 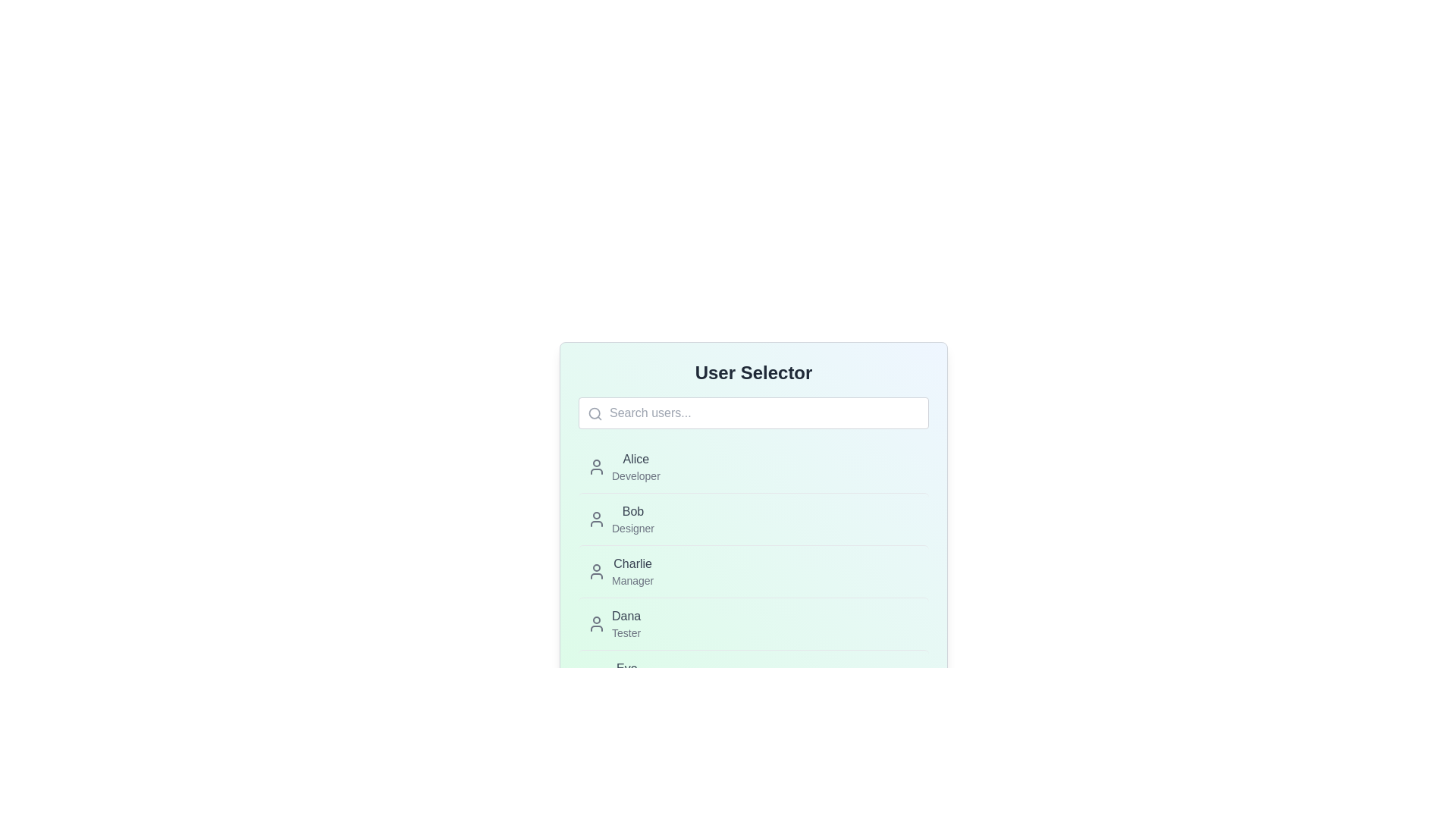 I want to click on the list item representing the user 'Charlie' who is a 'Manager', located centrally, so click(x=753, y=571).